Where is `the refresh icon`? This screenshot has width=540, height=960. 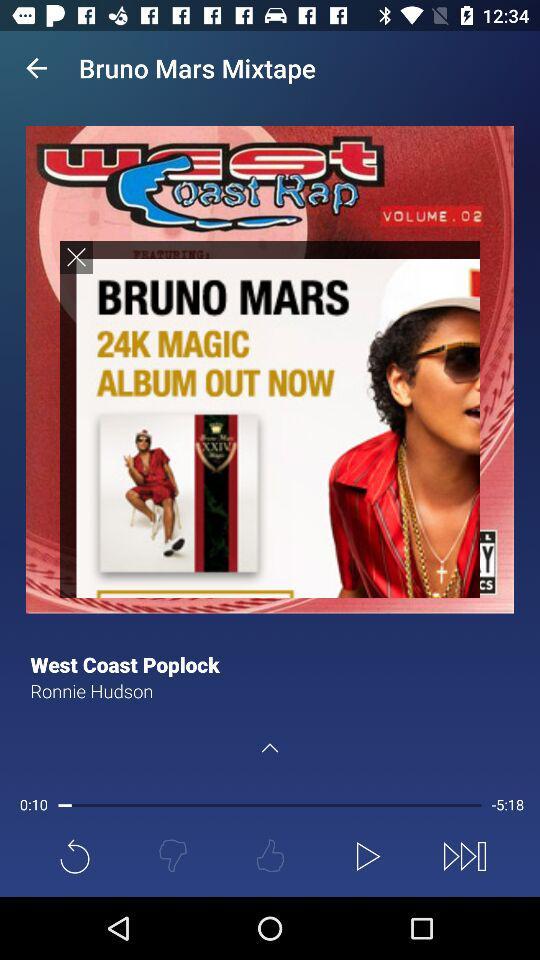 the refresh icon is located at coordinates (74, 855).